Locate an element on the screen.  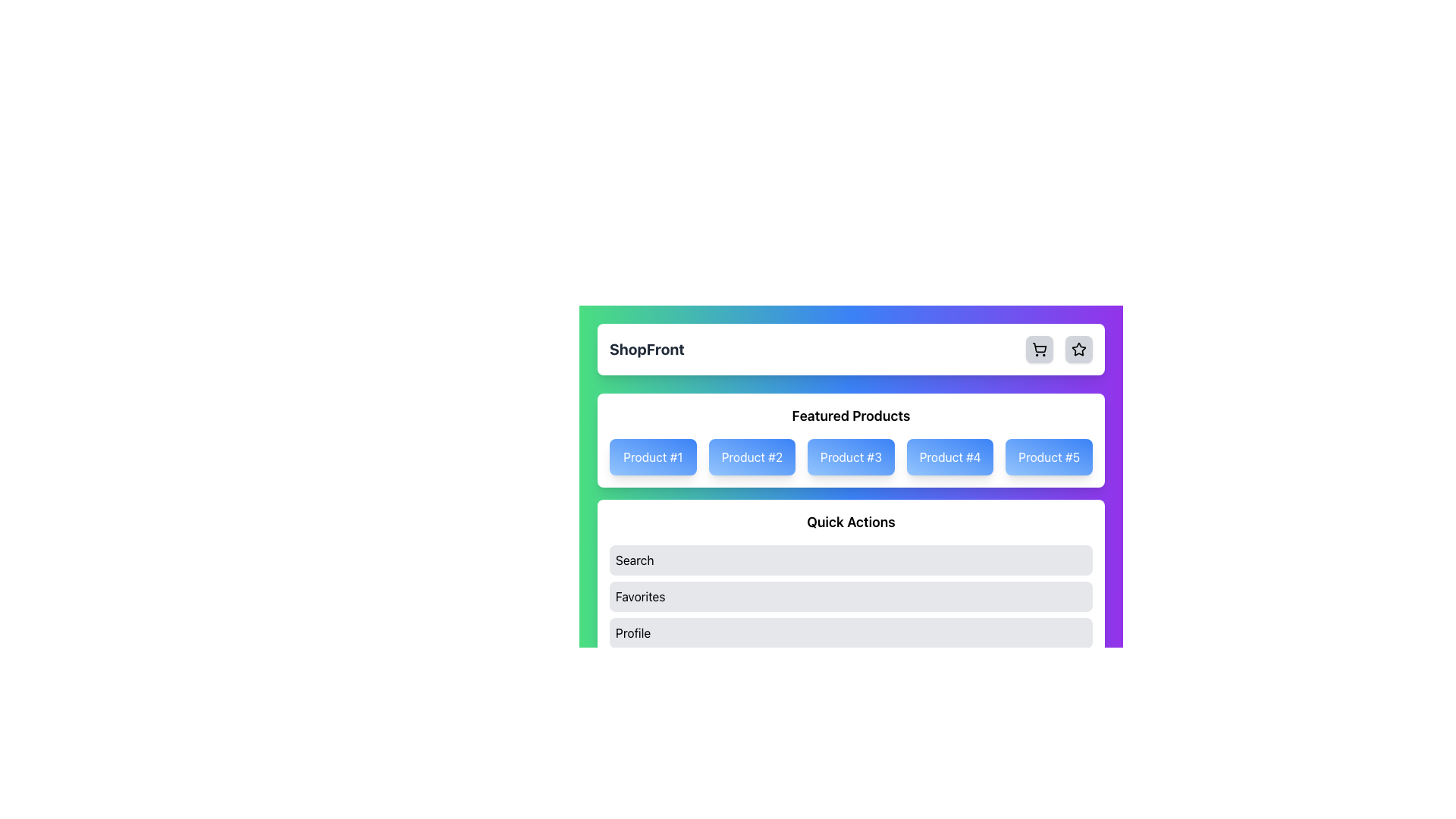
the 'Product #1' button in the 'Featured Products' section is located at coordinates (653, 456).